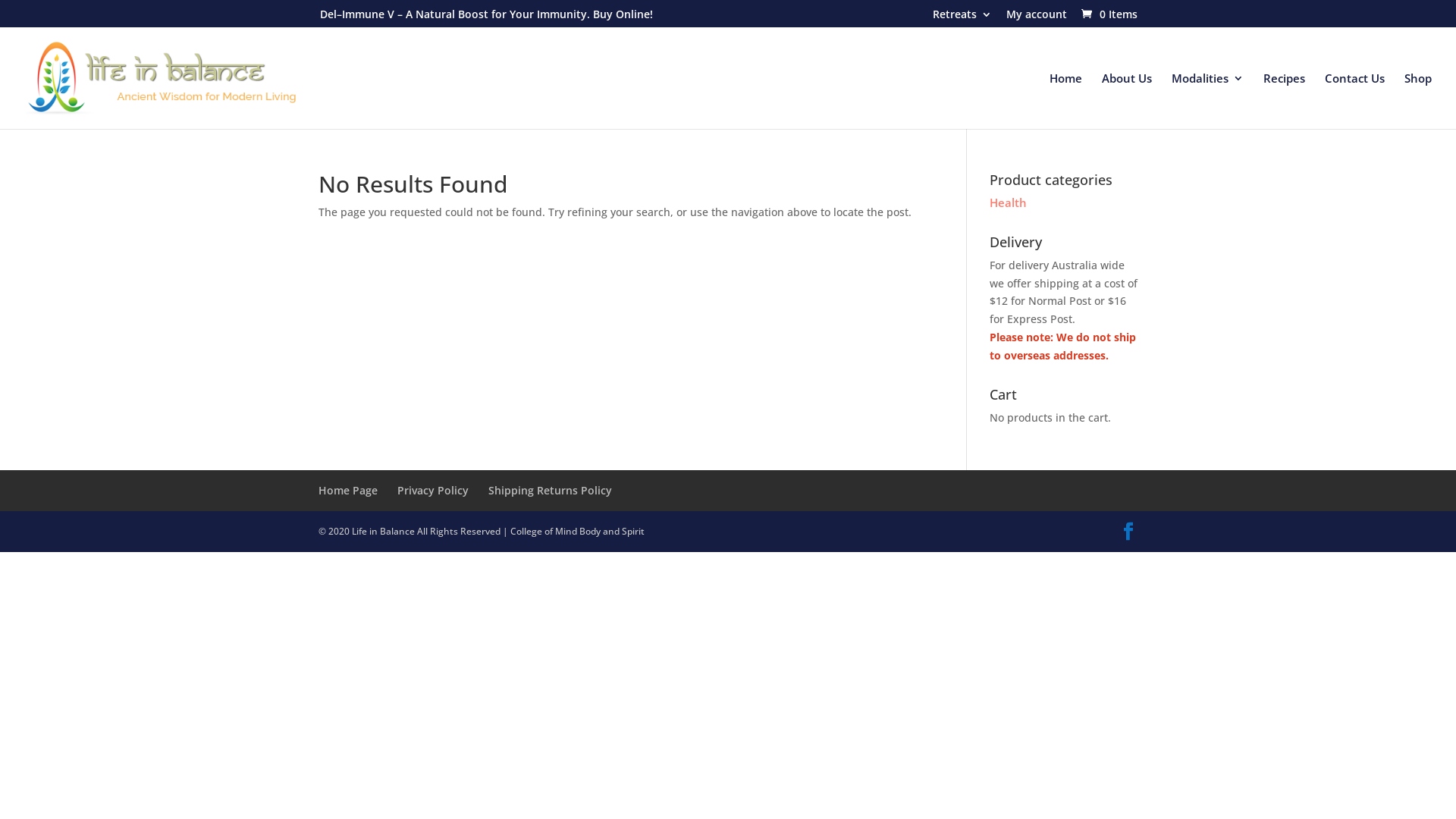 The width and height of the screenshot is (1456, 819). What do you see at coordinates (549, 490) in the screenshot?
I see `'Shipping Returns Policy'` at bounding box center [549, 490].